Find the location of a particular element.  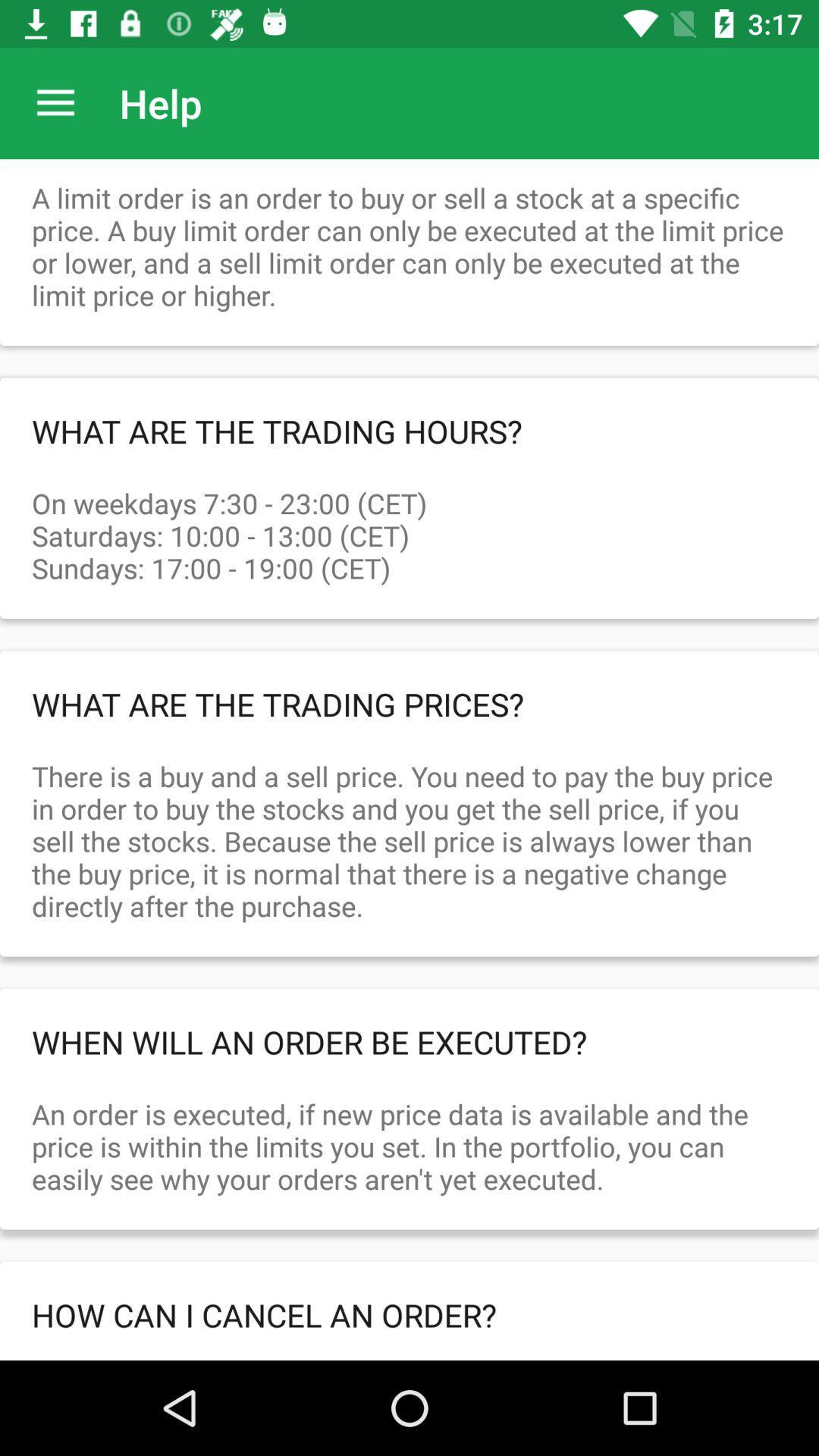

icon above what are the item is located at coordinates (409, 519).